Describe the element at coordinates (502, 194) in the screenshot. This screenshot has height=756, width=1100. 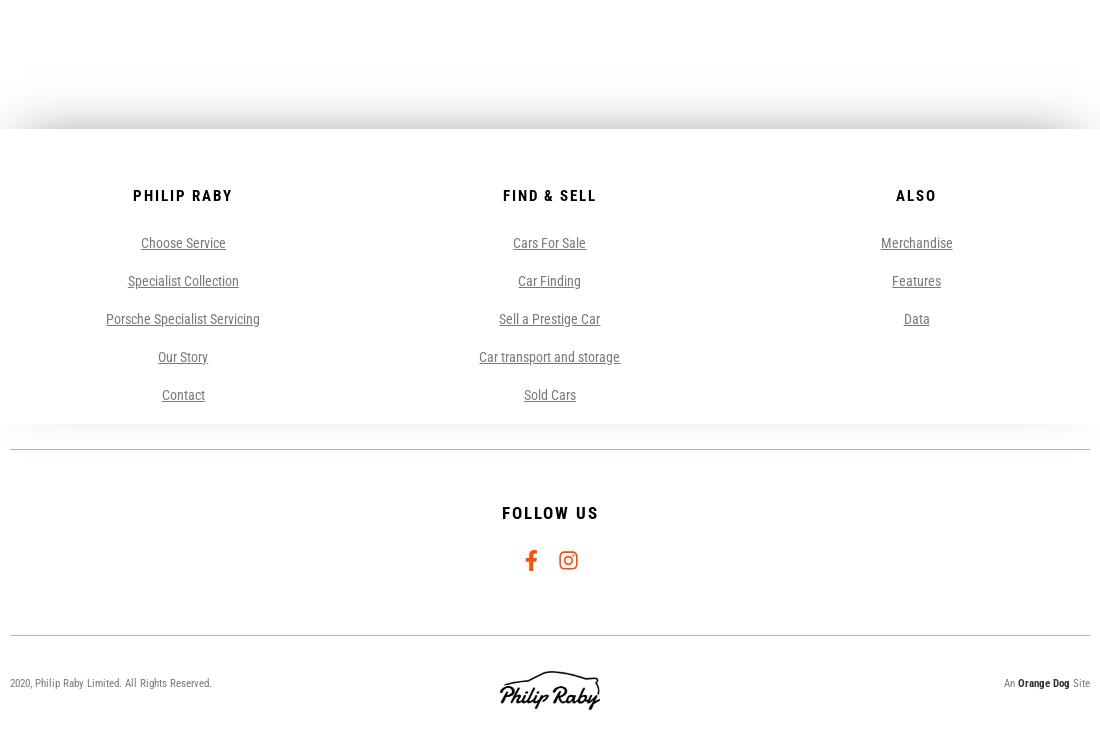
I see `'Find & Sell'` at that location.